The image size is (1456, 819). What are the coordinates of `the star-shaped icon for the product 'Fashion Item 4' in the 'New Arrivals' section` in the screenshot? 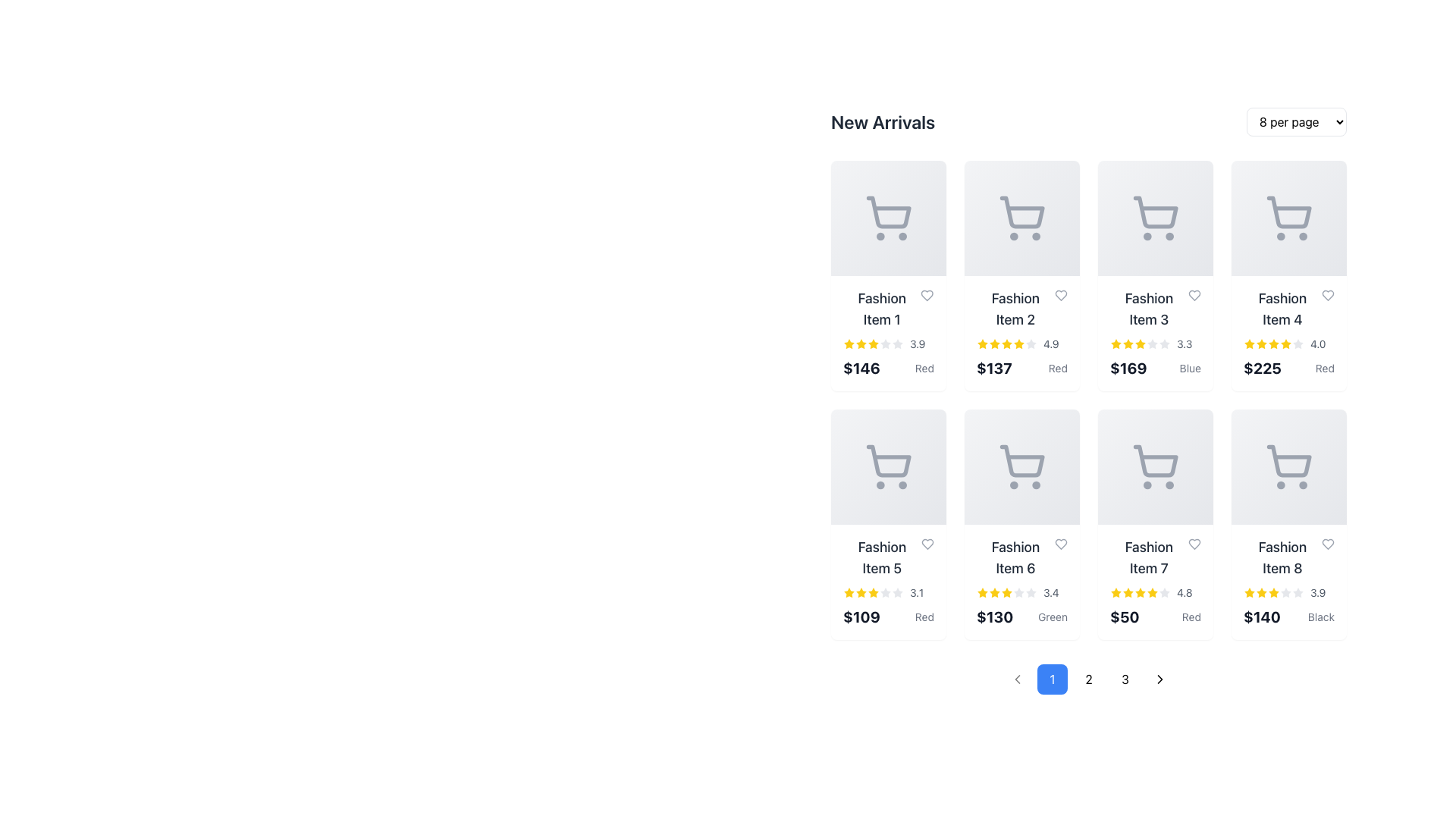 It's located at (1298, 344).